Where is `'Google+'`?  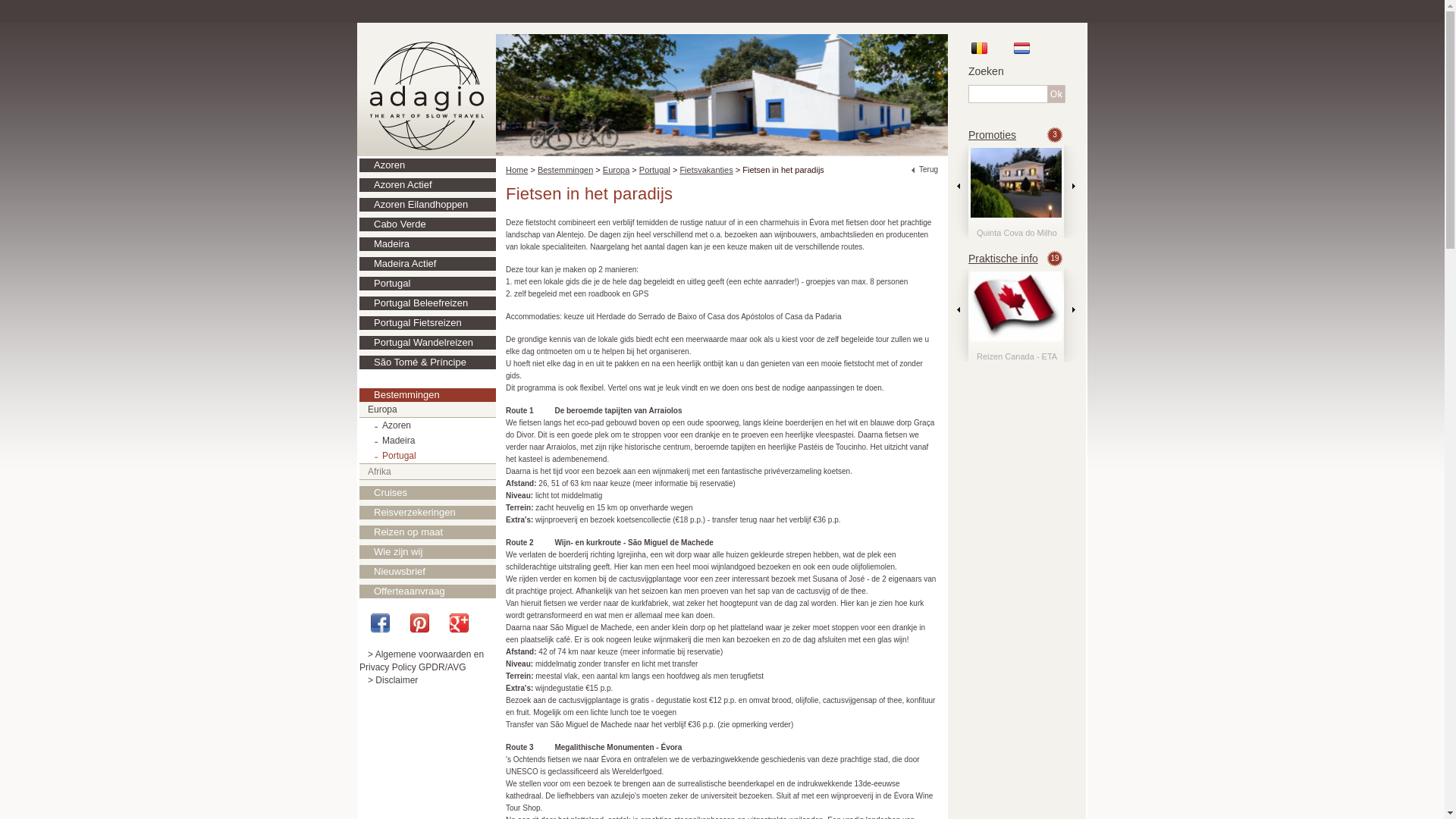
'Google+' is located at coordinates (465, 623).